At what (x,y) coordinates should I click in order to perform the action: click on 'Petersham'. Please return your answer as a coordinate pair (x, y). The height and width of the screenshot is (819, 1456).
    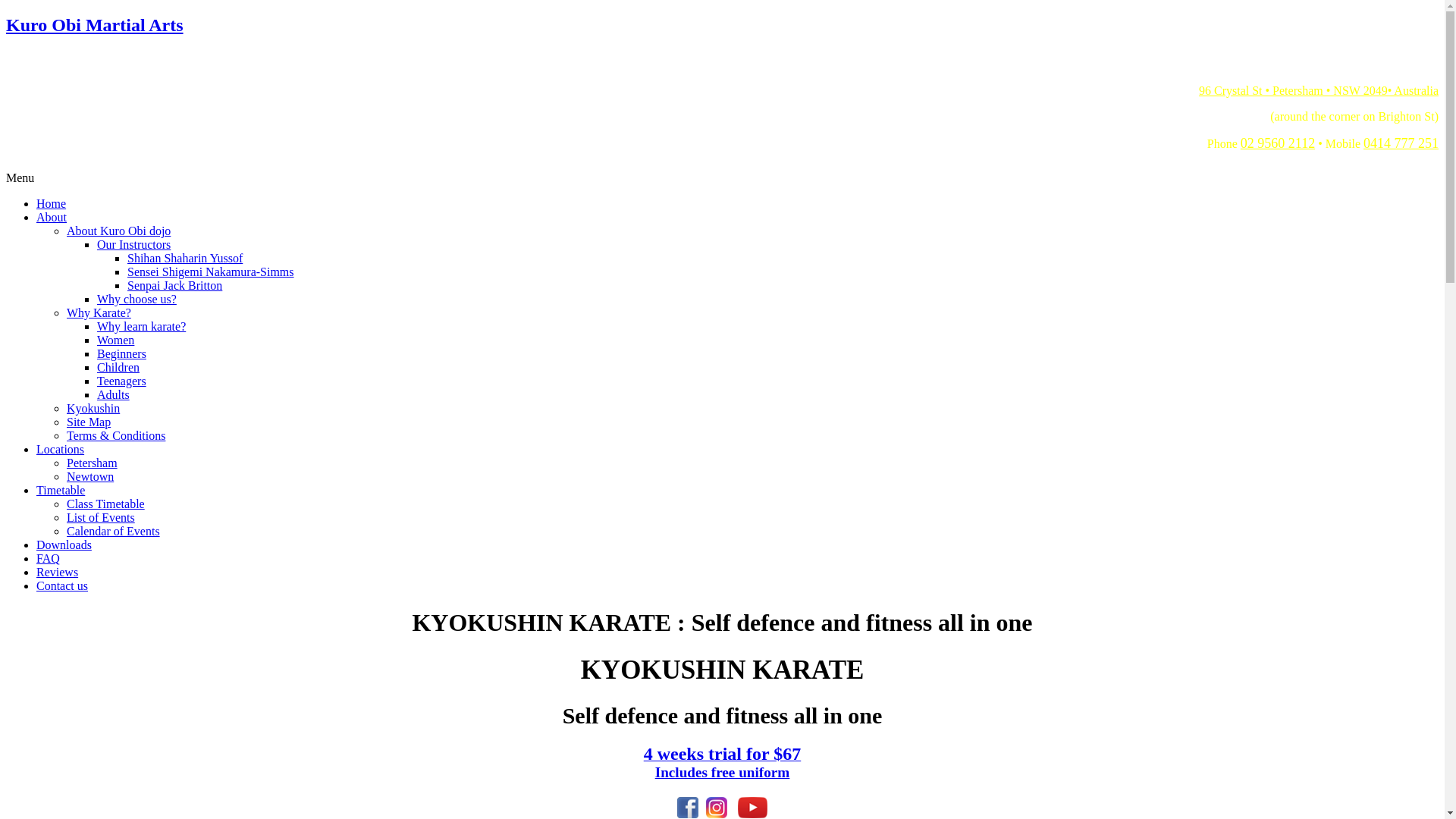
    Looking at the image, I should click on (65, 462).